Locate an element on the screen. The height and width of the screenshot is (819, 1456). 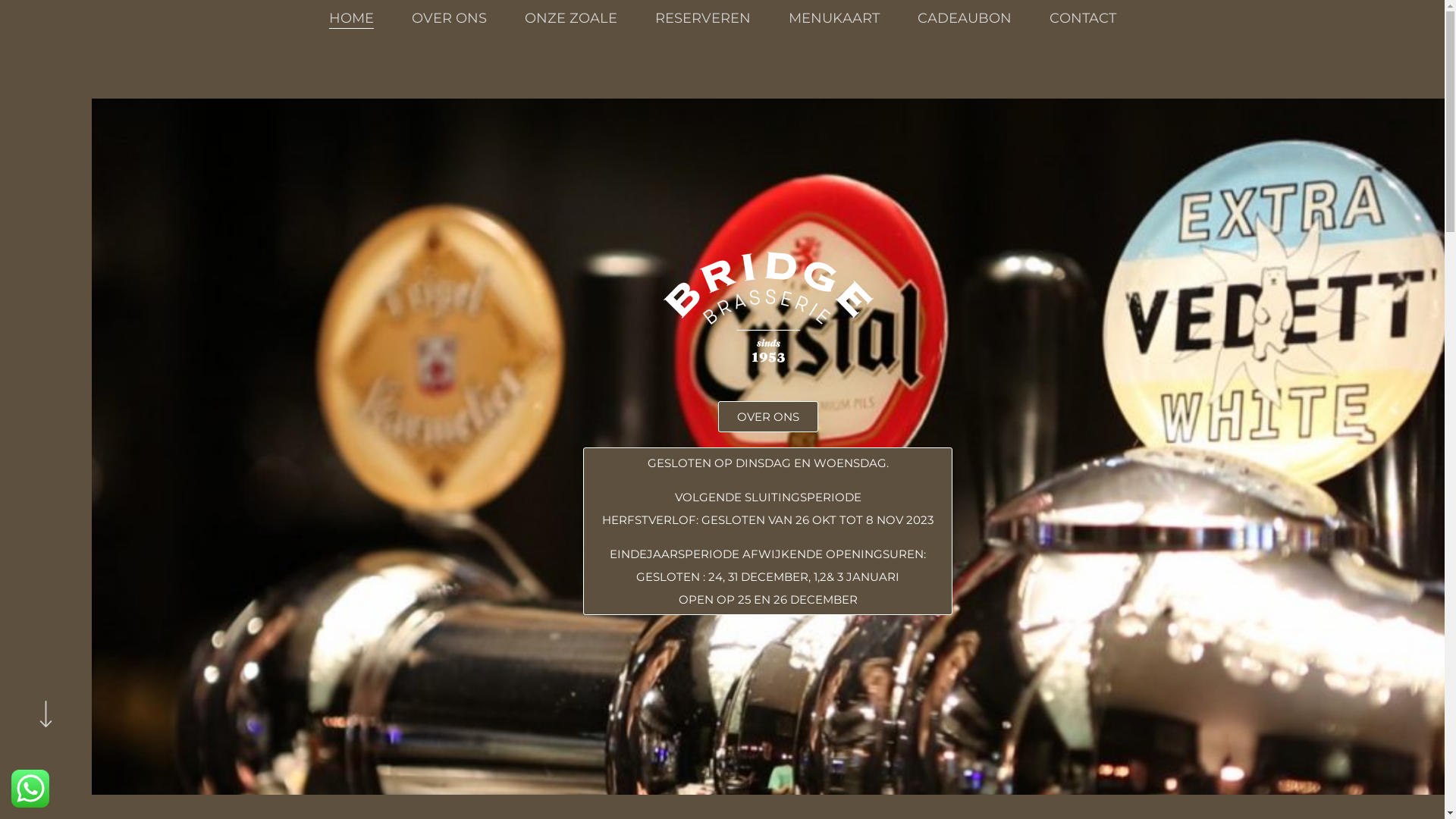
'HOME' is located at coordinates (350, 17).